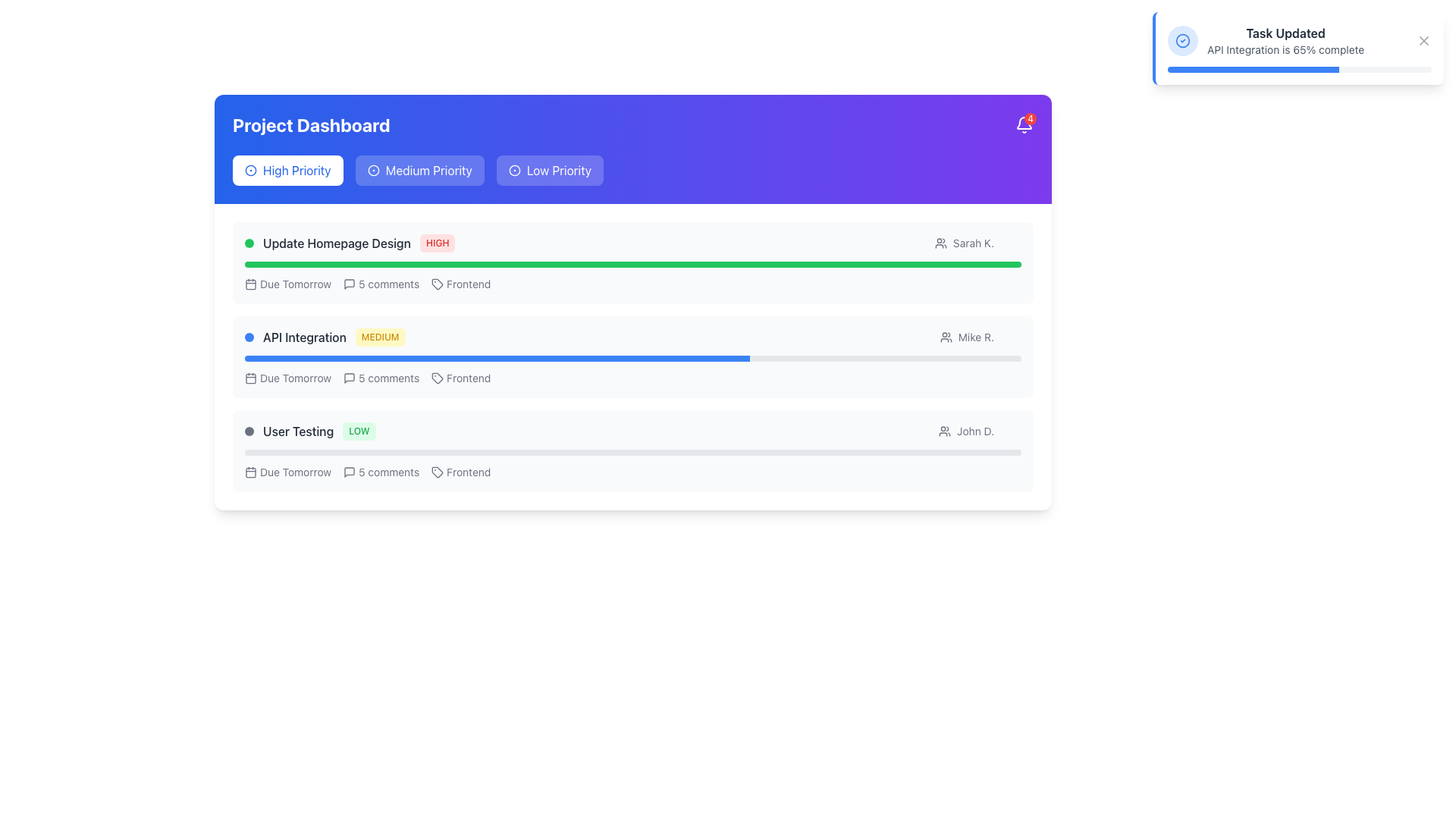  I want to click on static text label that identifies the task 'User Testing', which is located in the third task row labeled 'User Testing LOW', so click(298, 431).